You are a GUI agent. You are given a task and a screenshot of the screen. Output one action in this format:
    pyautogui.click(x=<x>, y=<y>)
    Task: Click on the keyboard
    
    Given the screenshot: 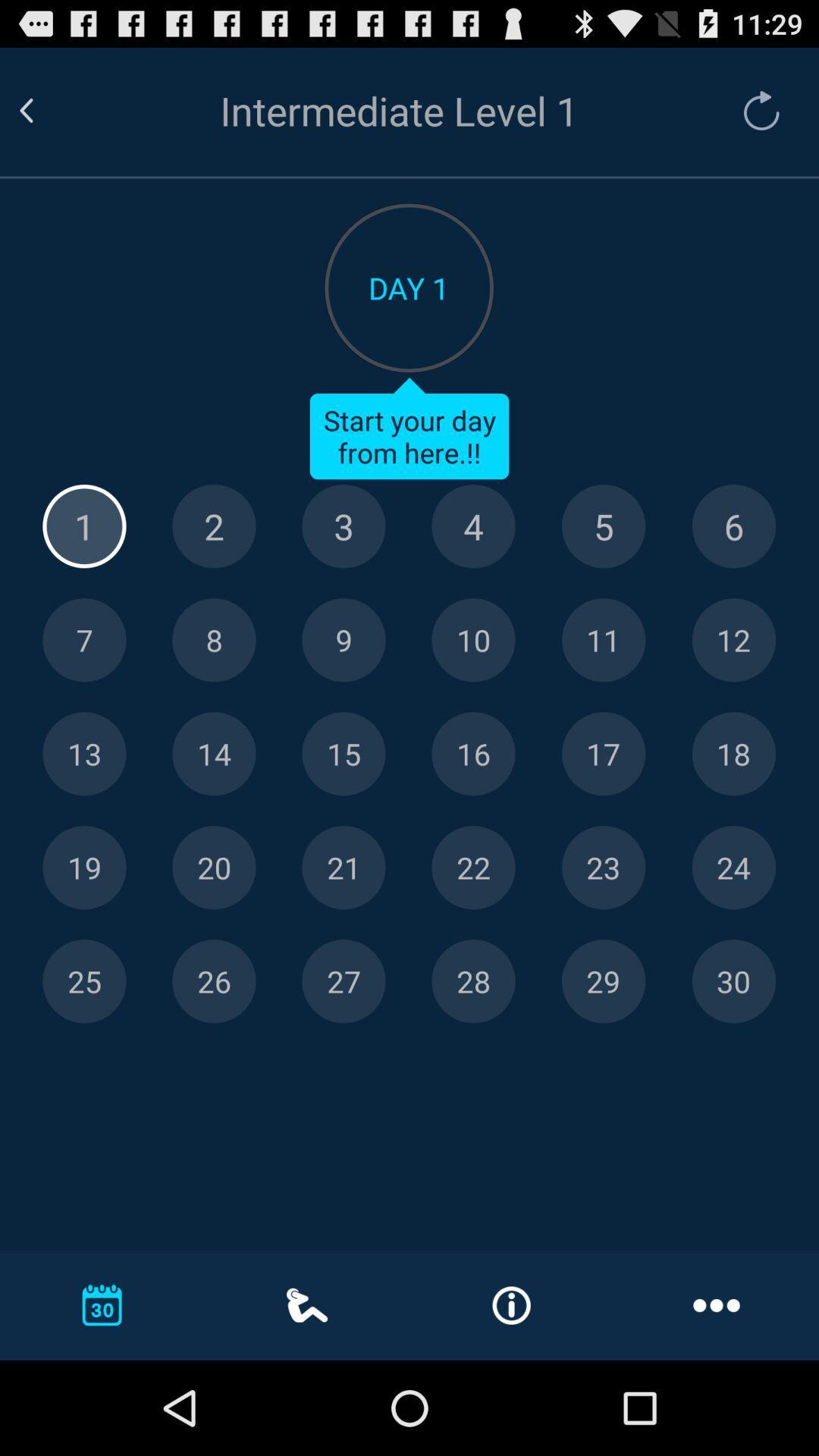 What is the action you would take?
    pyautogui.click(x=344, y=526)
    